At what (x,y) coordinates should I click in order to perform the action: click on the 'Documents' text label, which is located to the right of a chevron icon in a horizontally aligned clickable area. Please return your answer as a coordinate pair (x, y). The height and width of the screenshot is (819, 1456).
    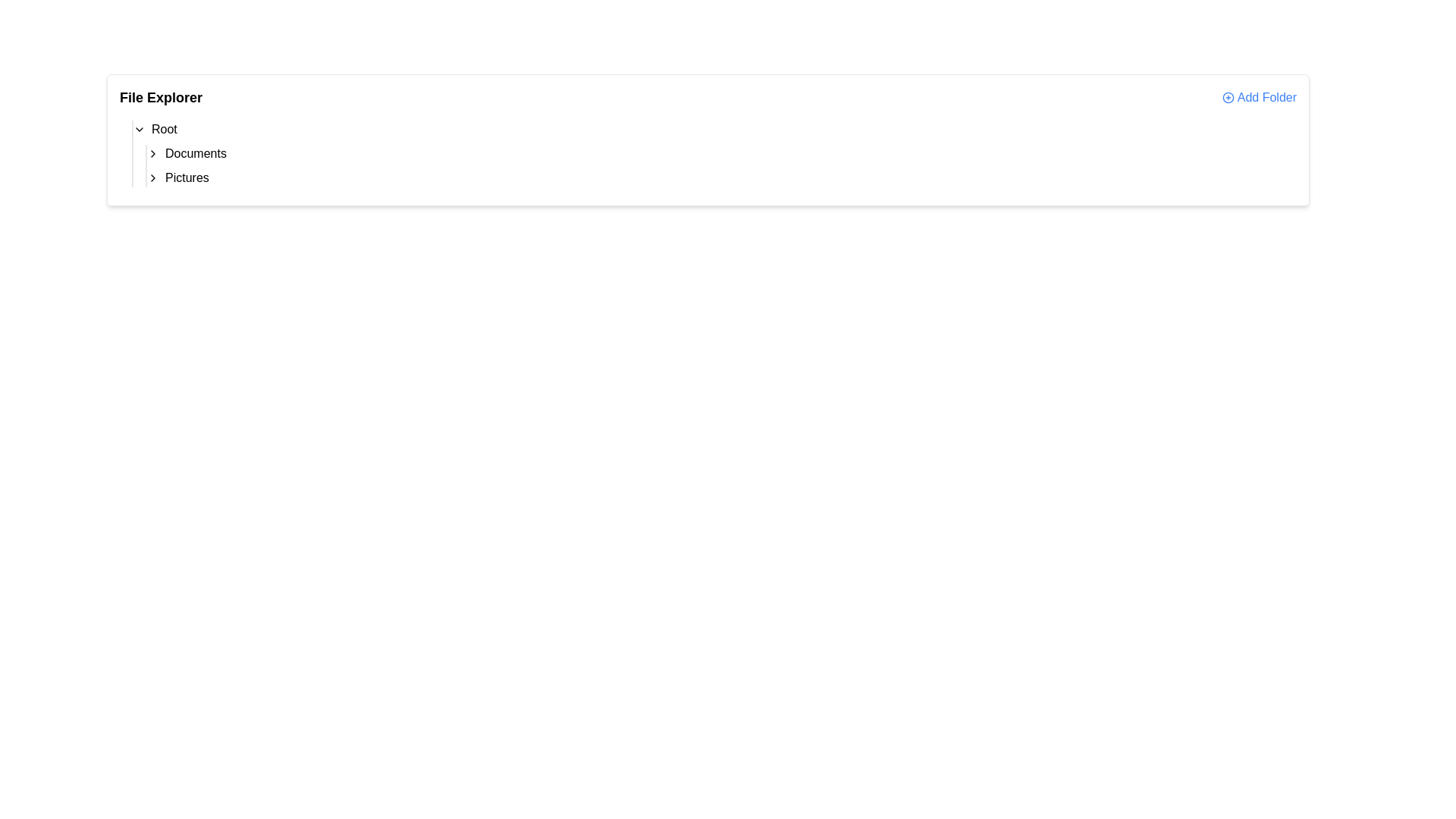
    Looking at the image, I should click on (195, 154).